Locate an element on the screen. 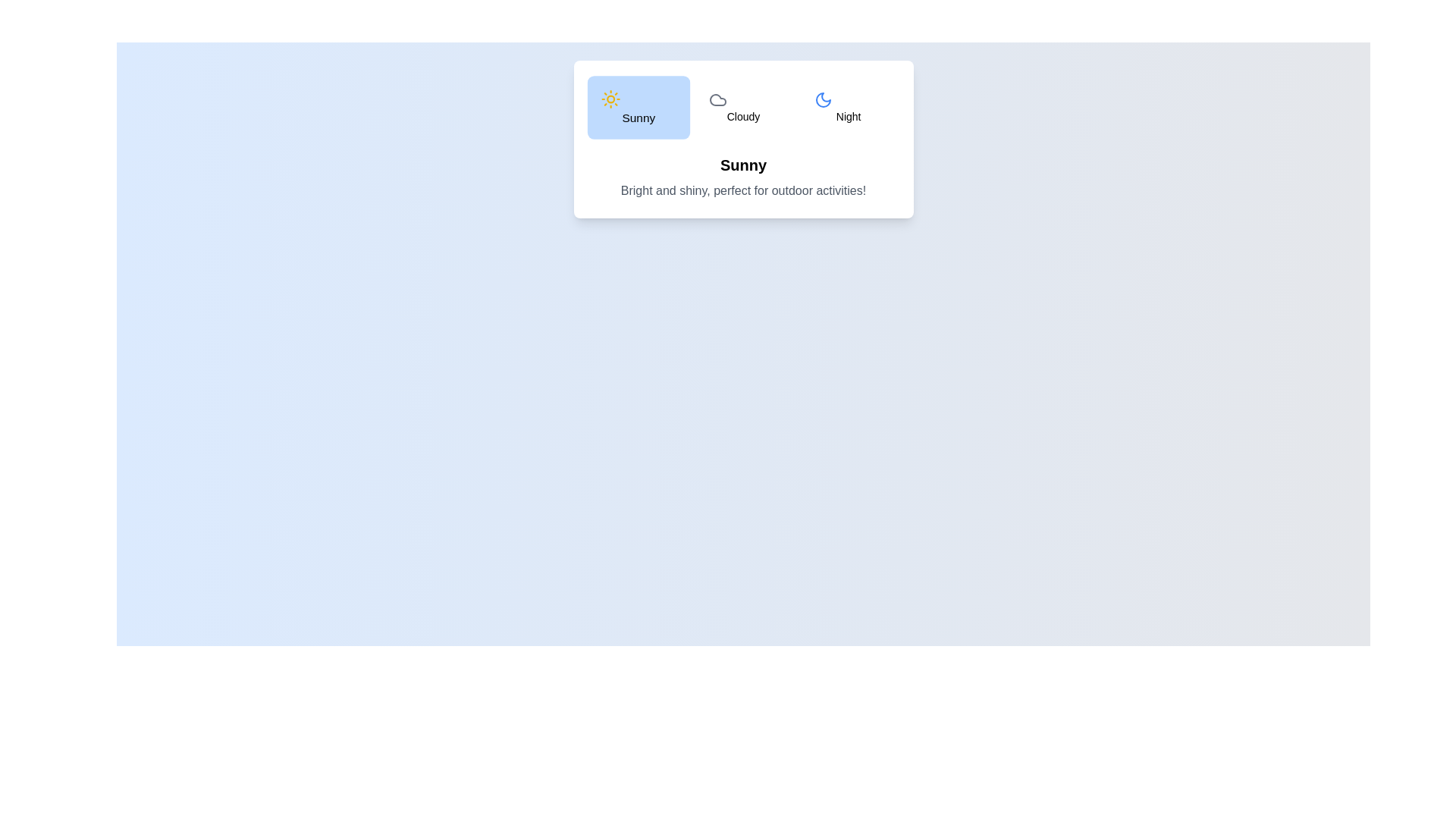  the Night tab from the weather options is located at coordinates (848, 107).